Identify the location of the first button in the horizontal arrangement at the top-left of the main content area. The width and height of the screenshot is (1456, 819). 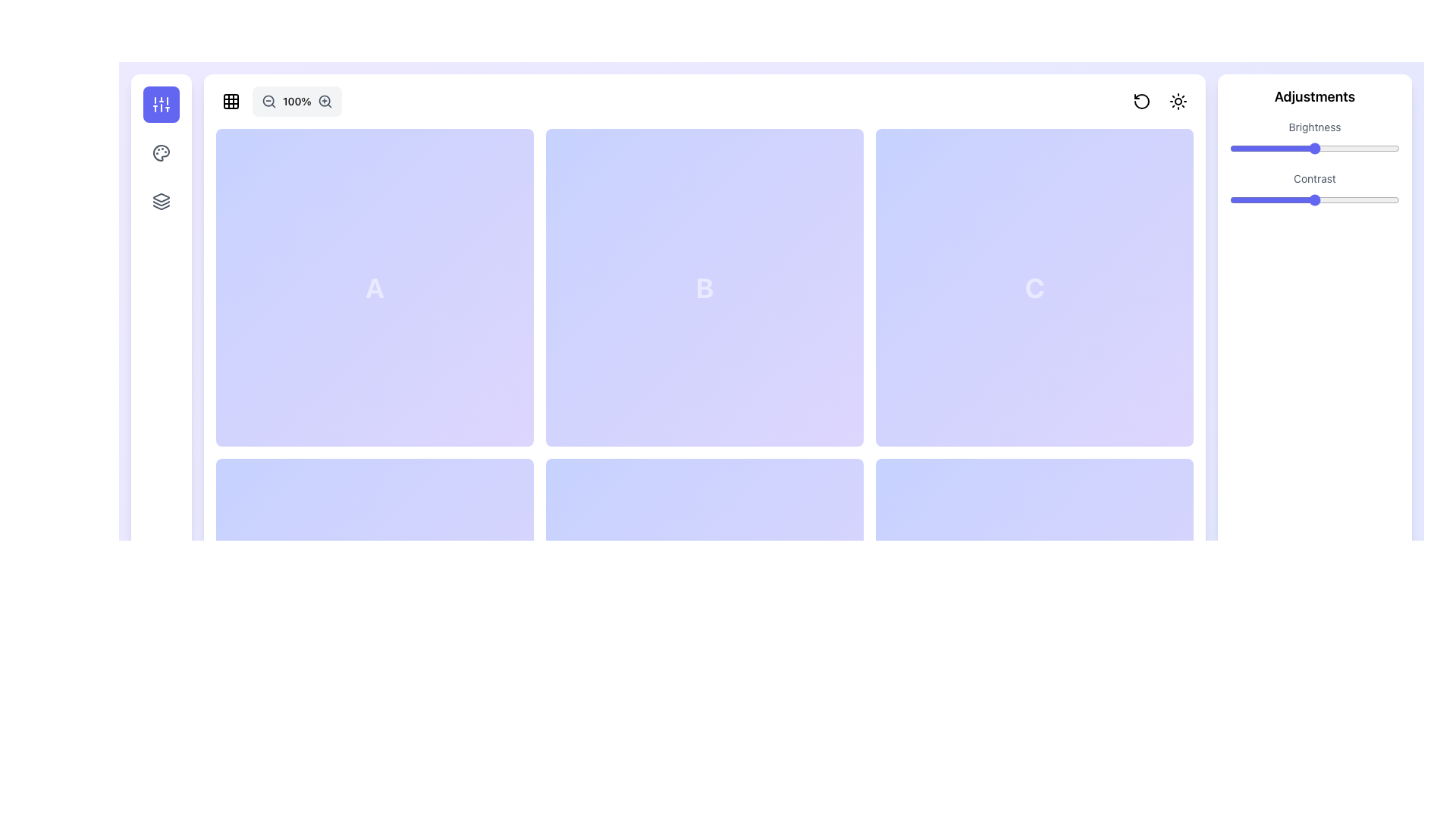
(231, 102).